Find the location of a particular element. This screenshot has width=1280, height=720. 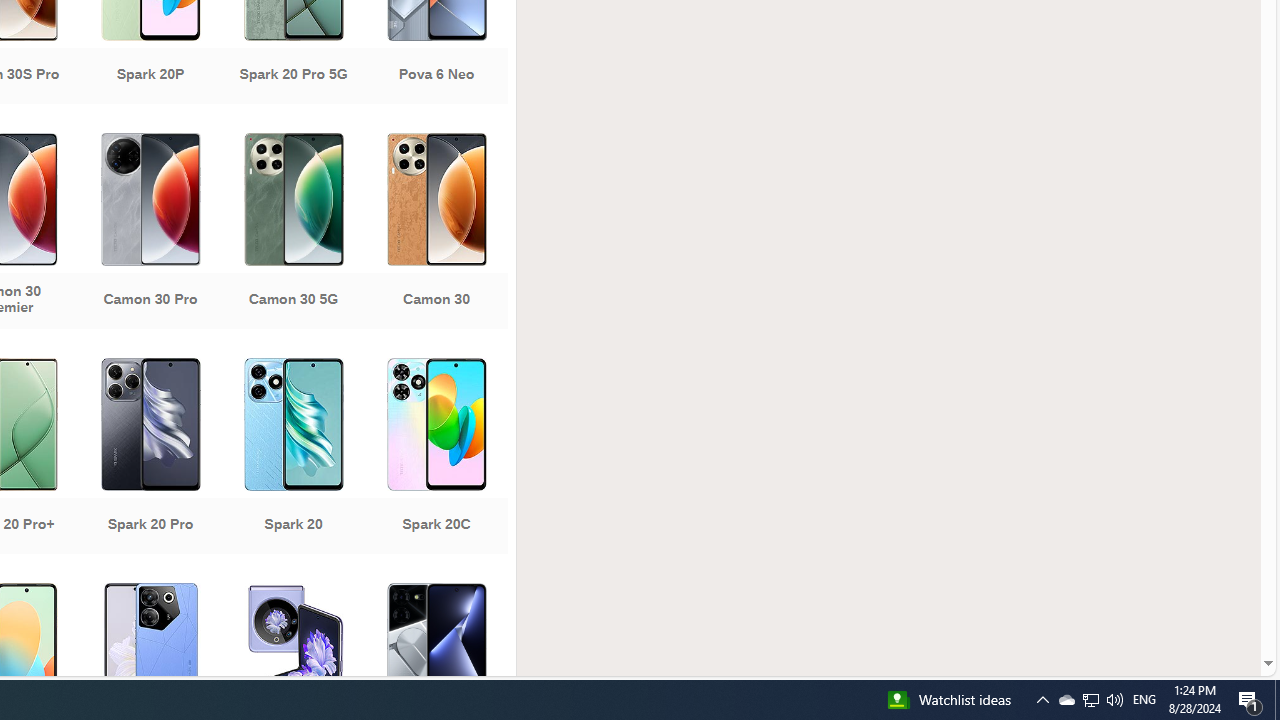

'Spark 20' is located at coordinates (292, 458).